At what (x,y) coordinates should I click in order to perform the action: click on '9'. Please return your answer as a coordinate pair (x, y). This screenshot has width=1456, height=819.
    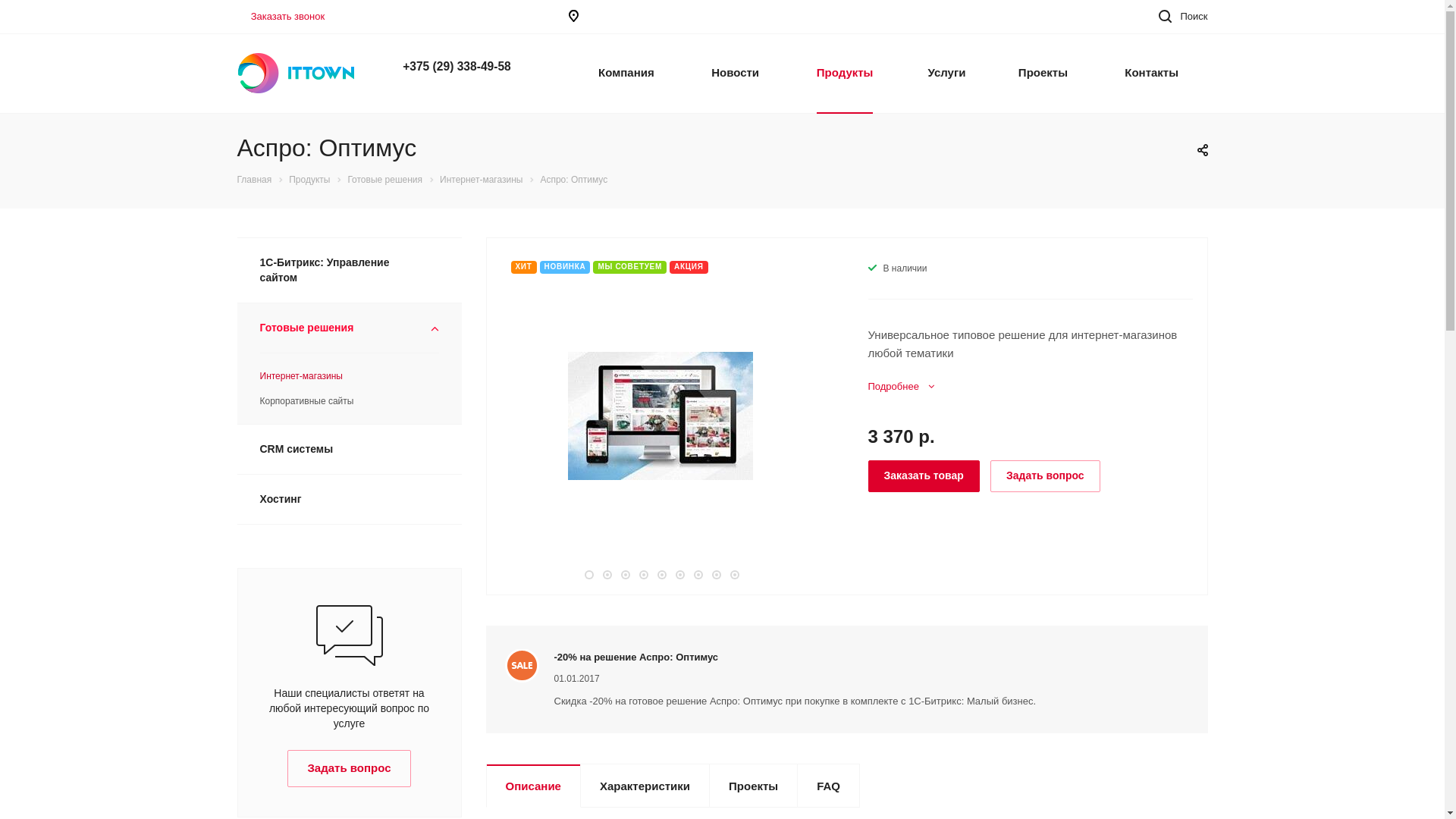
    Looking at the image, I should click on (734, 575).